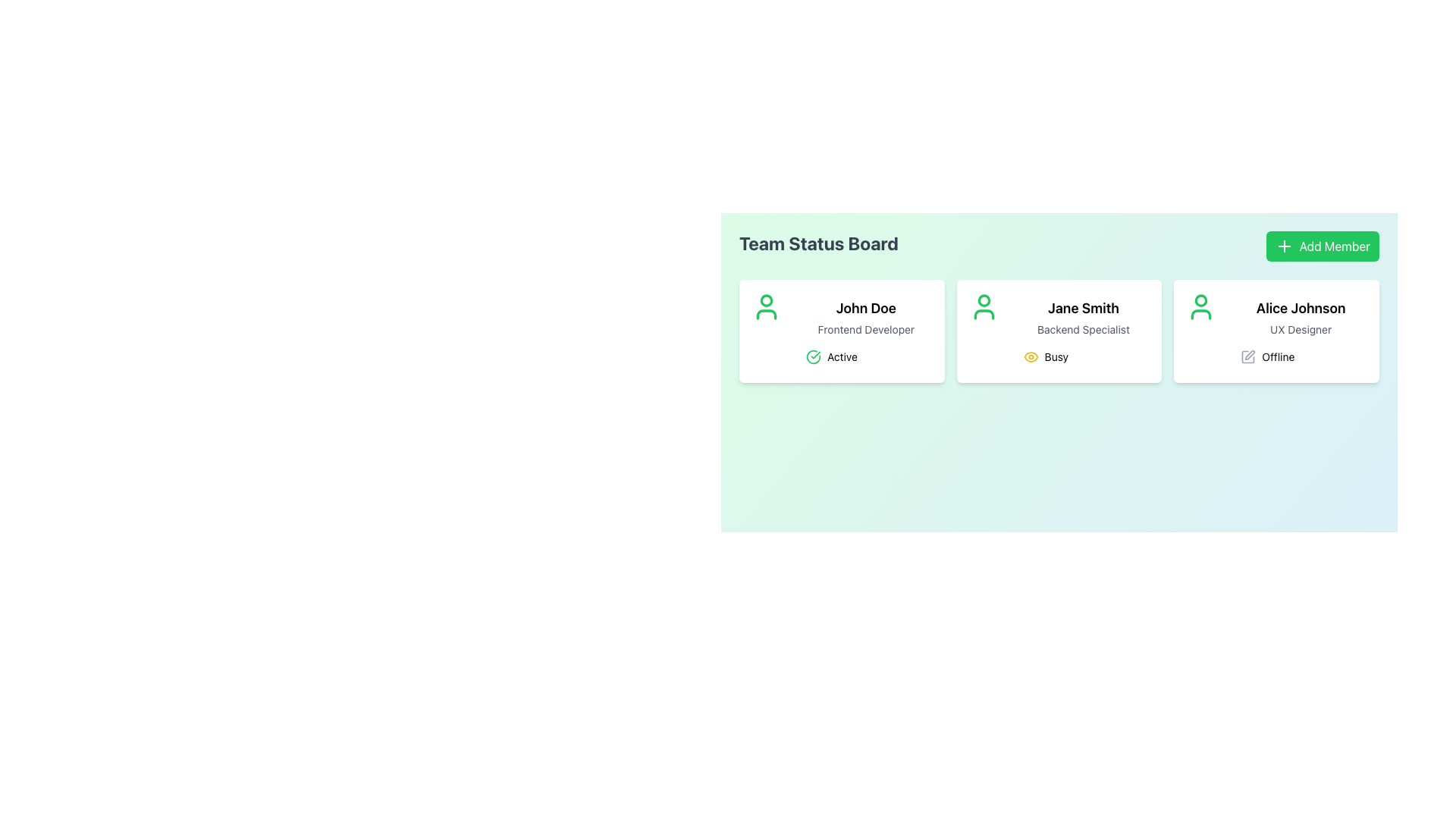 This screenshot has height=819, width=1456. Describe the element at coordinates (1322, 245) in the screenshot. I see `keyboard navigation` at that location.